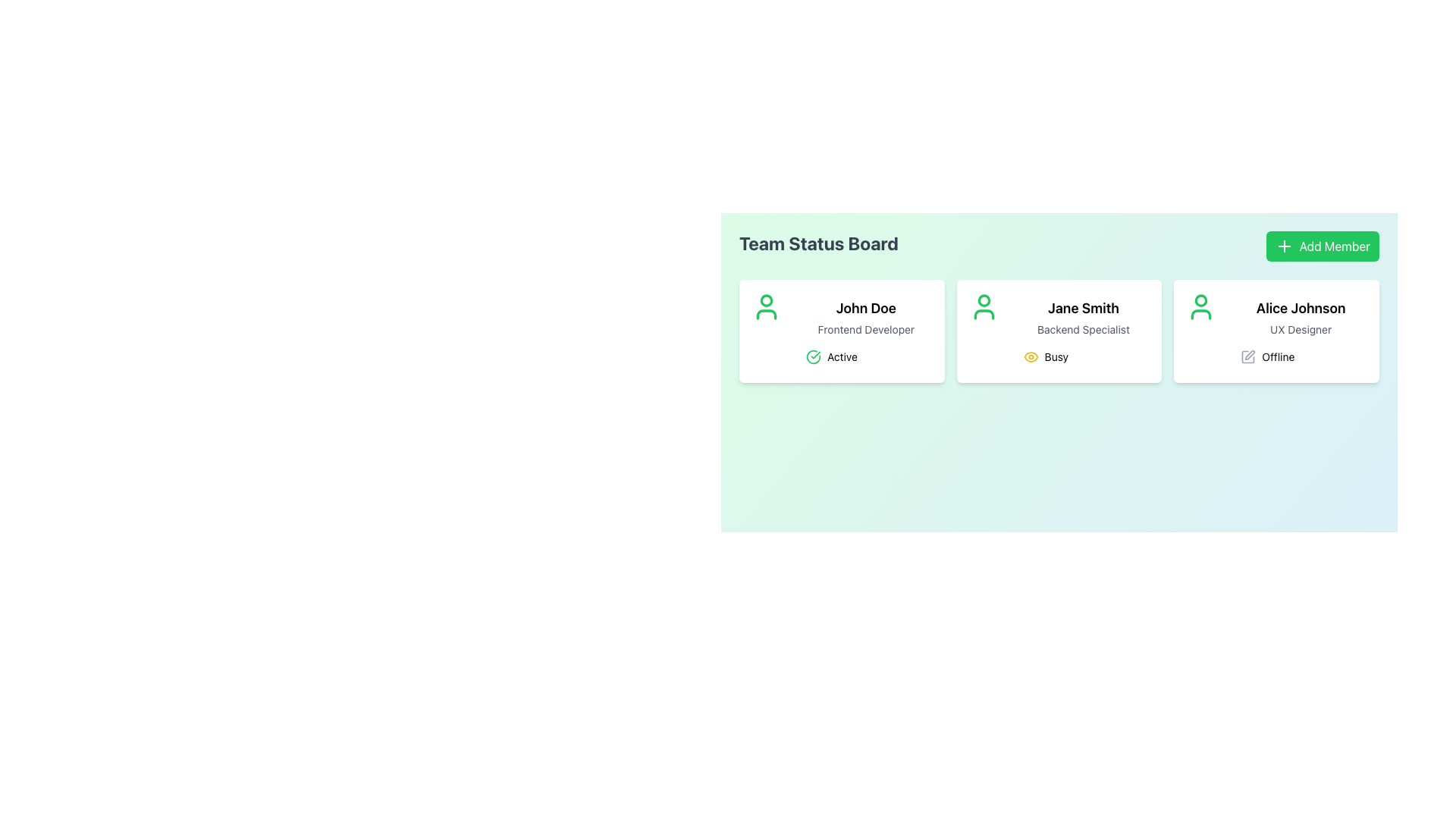 This screenshot has height=819, width=1456. Describe the element at coordinates (1322, 245) in the screenshot. I see `keyboard navigation` at that location.